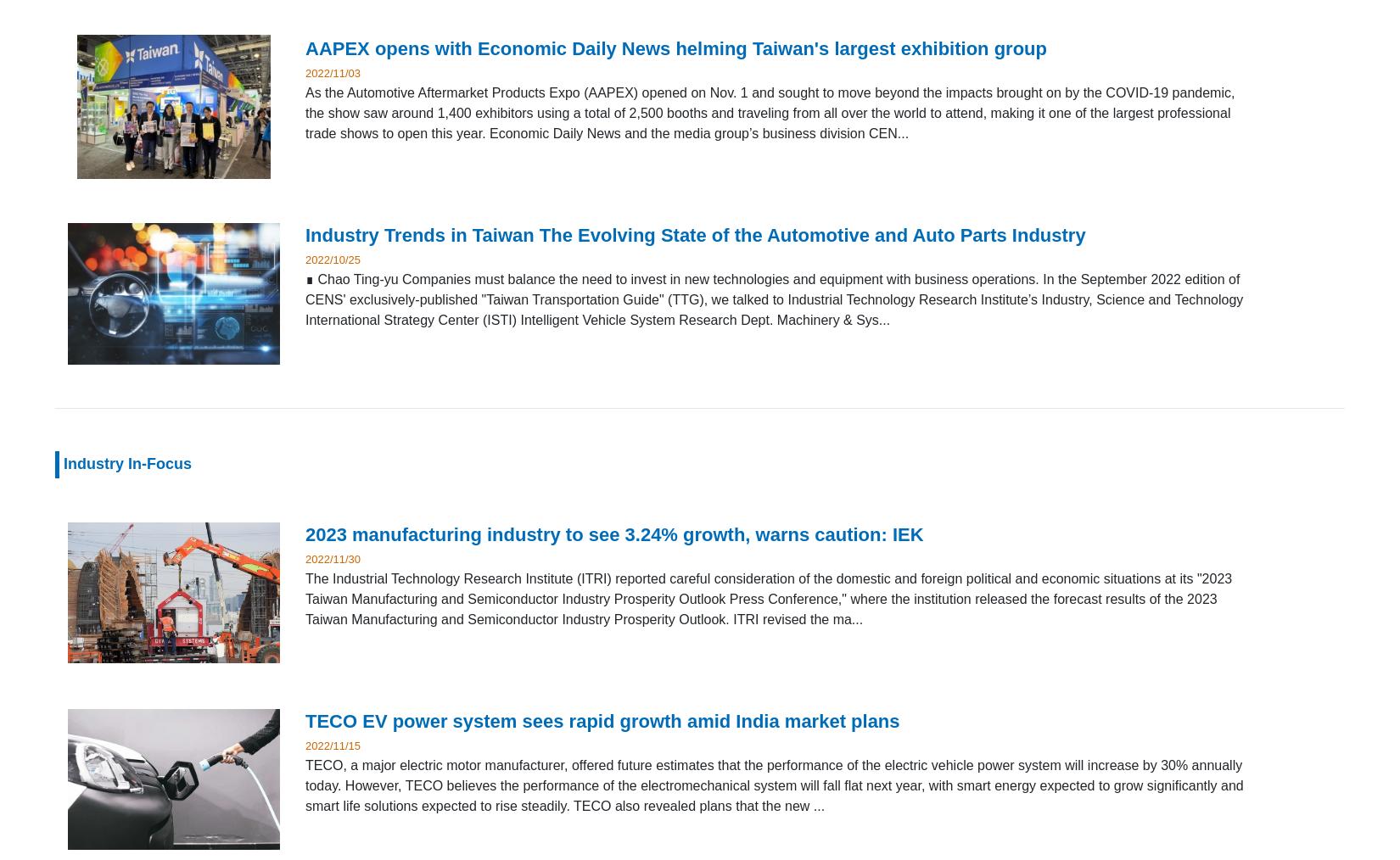 This screenshot has width=1400, height=860. What do you see at coordinates (675, 47) in the screenshot?
I see `'AAPEX opens with Economic Daily News helming Taiwan's largest exhibition group'` at bounding box center [675, 47].